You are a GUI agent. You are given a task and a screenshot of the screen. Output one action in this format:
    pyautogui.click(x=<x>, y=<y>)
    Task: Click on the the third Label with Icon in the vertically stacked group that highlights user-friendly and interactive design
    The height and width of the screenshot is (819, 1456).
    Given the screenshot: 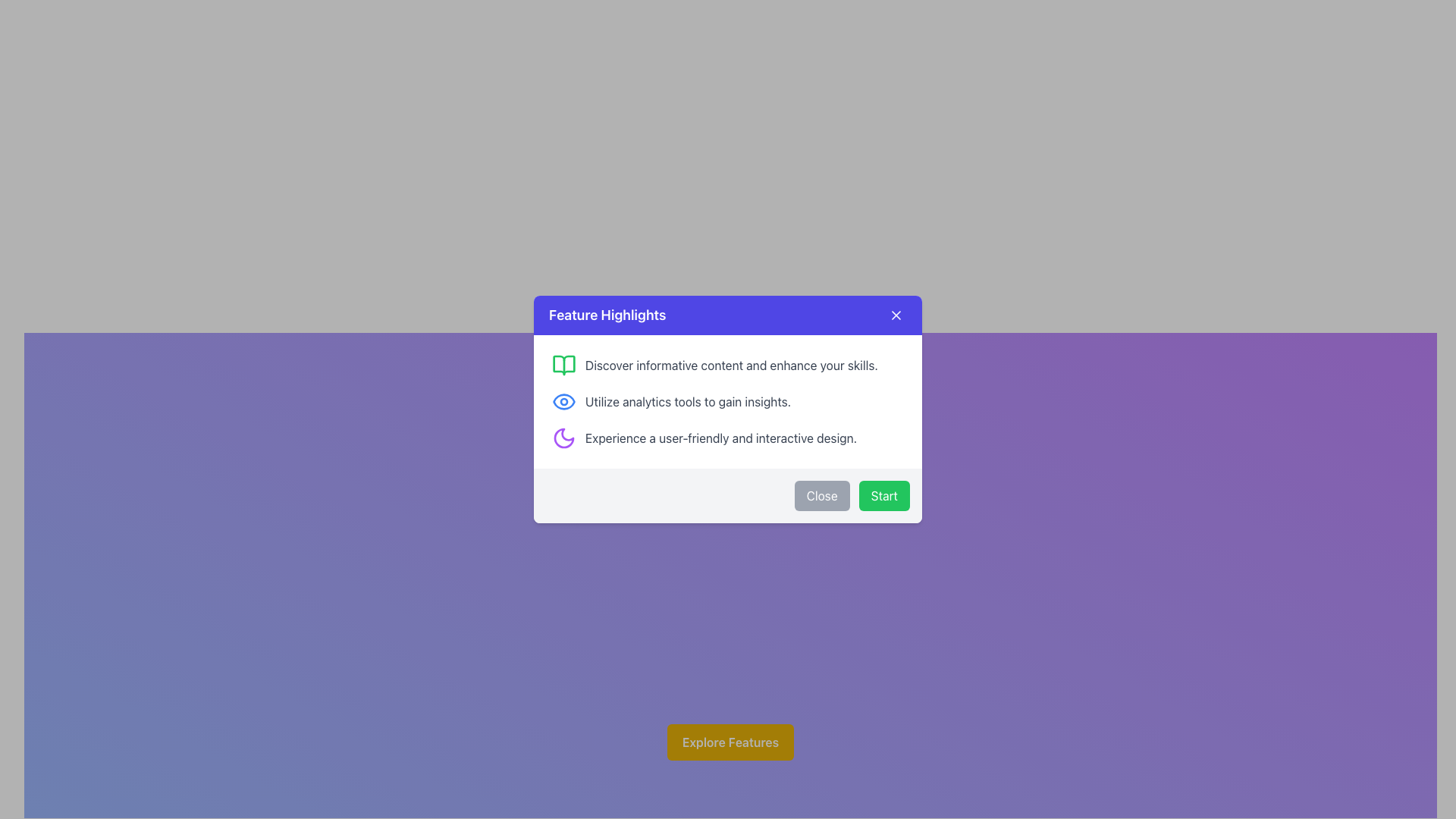 What is the action you would take?
    pyautogui.click(x=728, y=438)
    